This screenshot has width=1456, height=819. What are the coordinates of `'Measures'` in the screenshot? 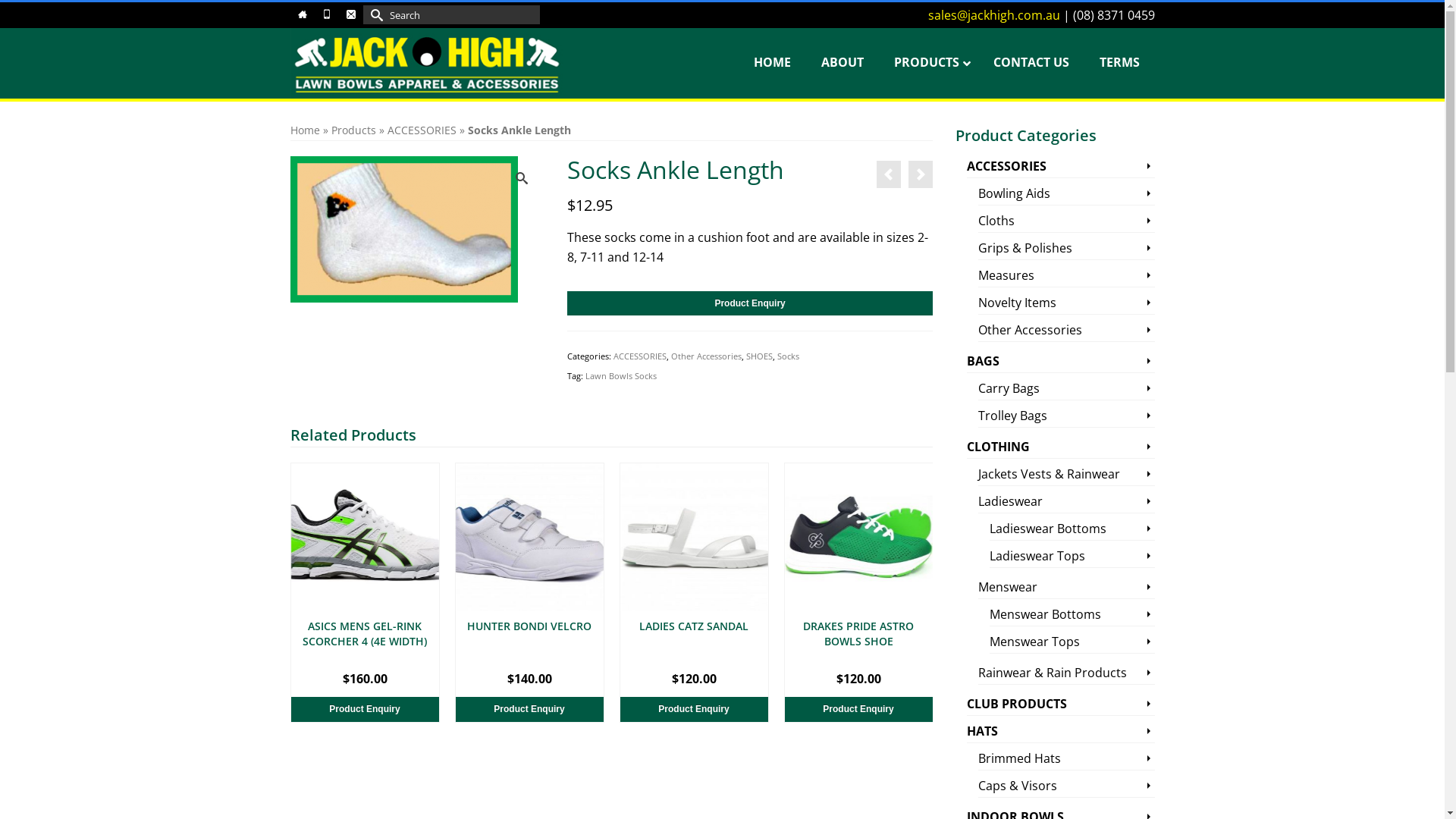 It's located at (1065, 275).